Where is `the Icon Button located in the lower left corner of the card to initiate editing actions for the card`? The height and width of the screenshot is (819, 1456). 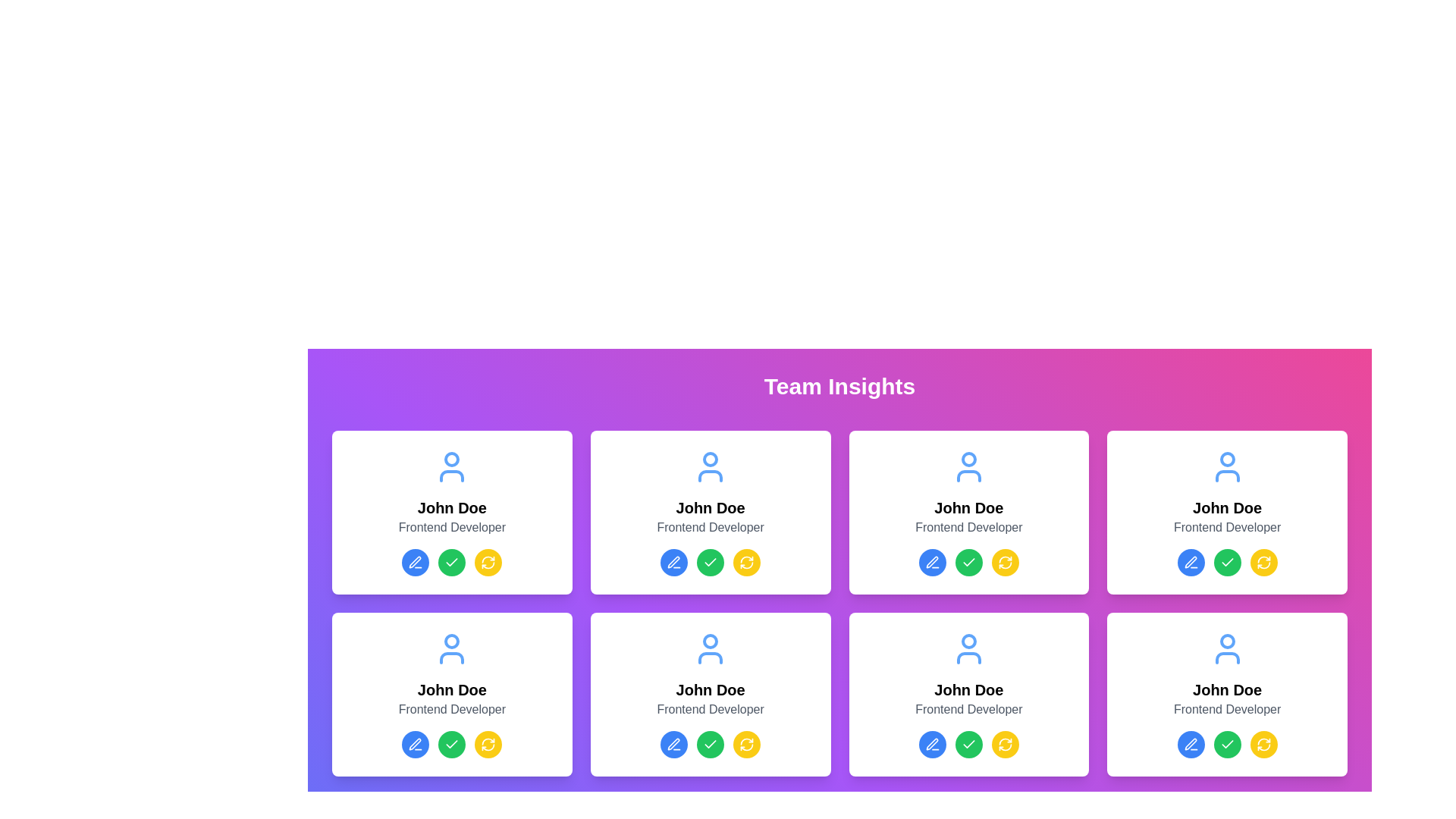 the Icon Button located in the lower left corner of the card to initiate editing actions for the card is located at coordinates (416, 562).